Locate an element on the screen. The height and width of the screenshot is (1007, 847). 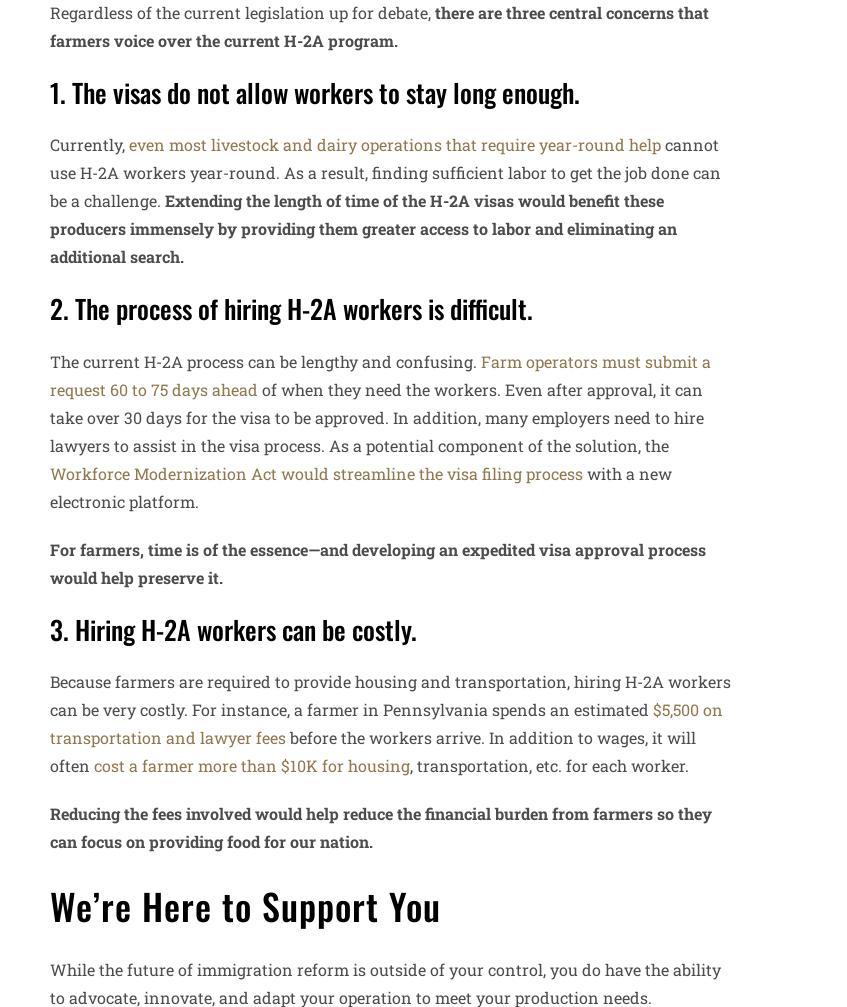
'2. The process of hiring H-2A workers is difficult.' is located at coordinates (290, 308).